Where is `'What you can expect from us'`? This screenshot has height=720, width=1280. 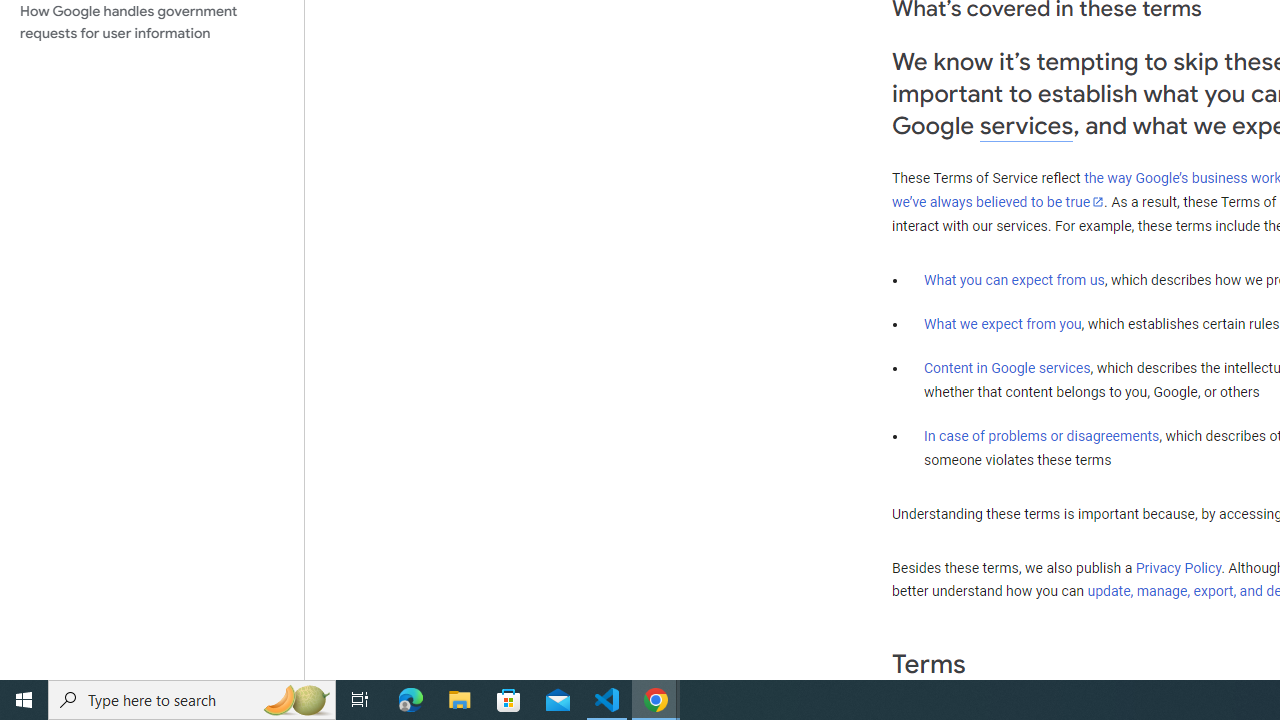
'What you can expect from us' is located at coordinates (1014, 279).